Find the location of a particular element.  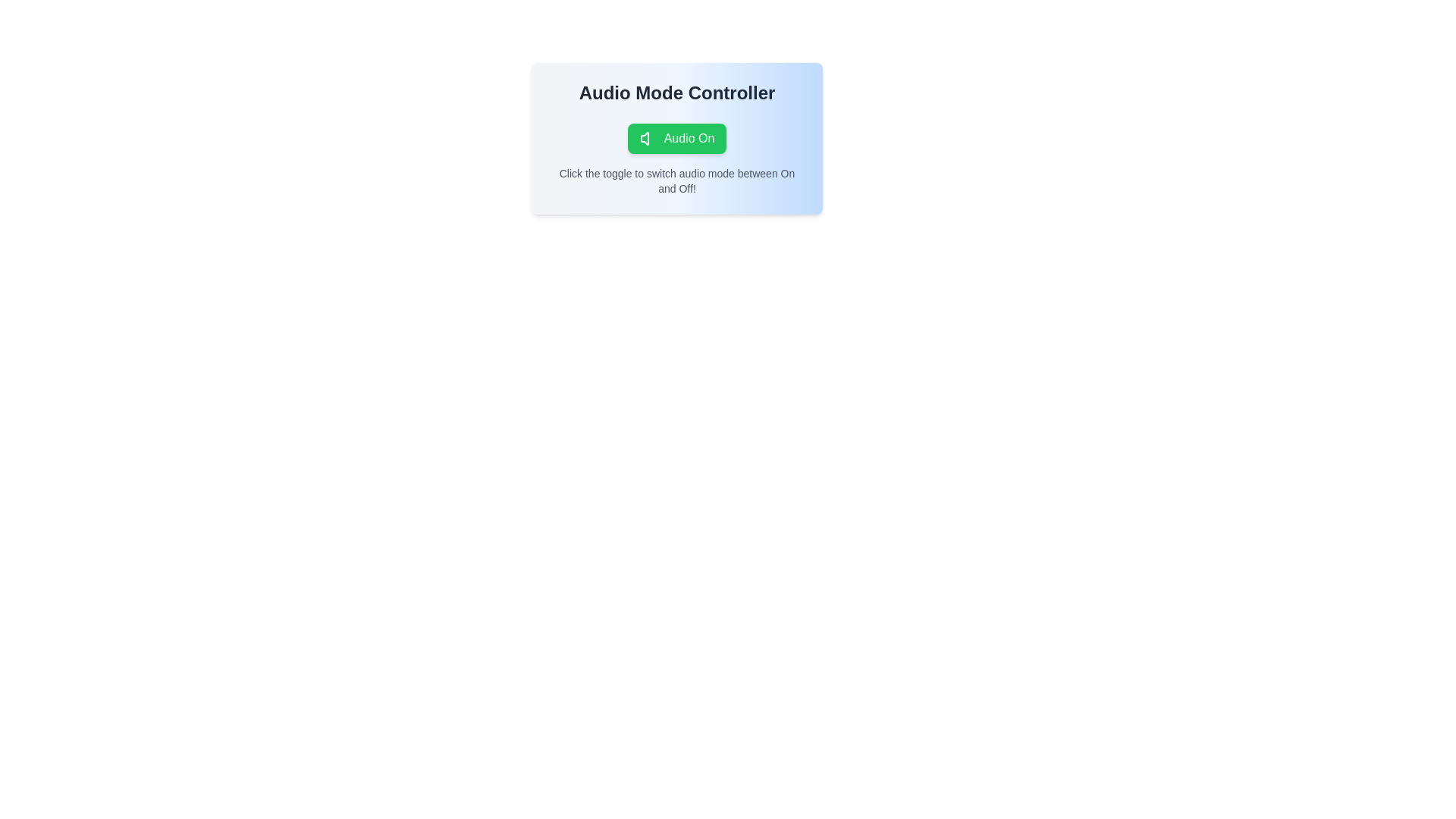

the center of the button to toggle the audio state is located at coordinates (676, 138).